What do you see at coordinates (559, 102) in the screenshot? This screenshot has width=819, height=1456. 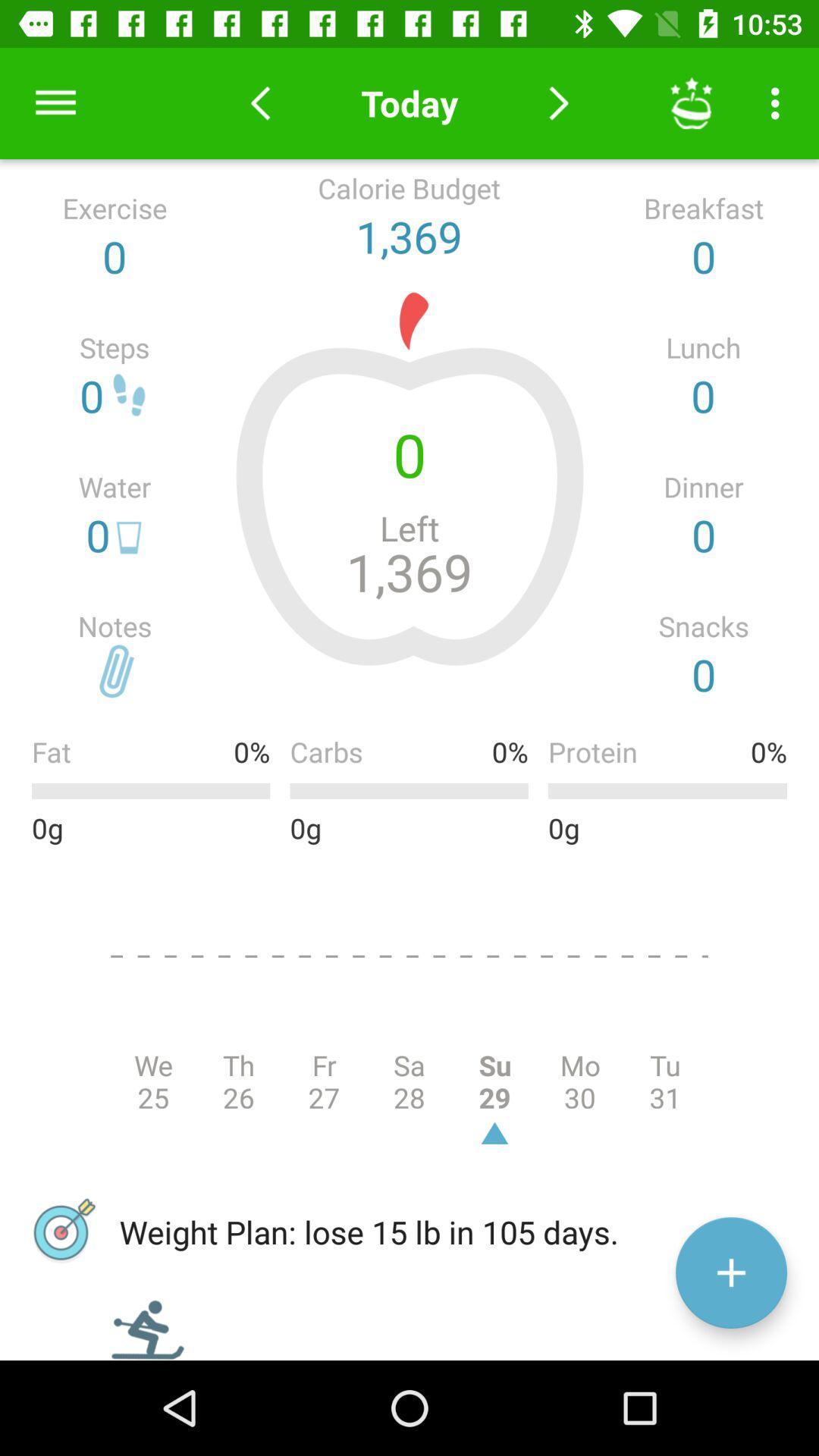 I see `to goto next day` at bounding box center [559, 102].